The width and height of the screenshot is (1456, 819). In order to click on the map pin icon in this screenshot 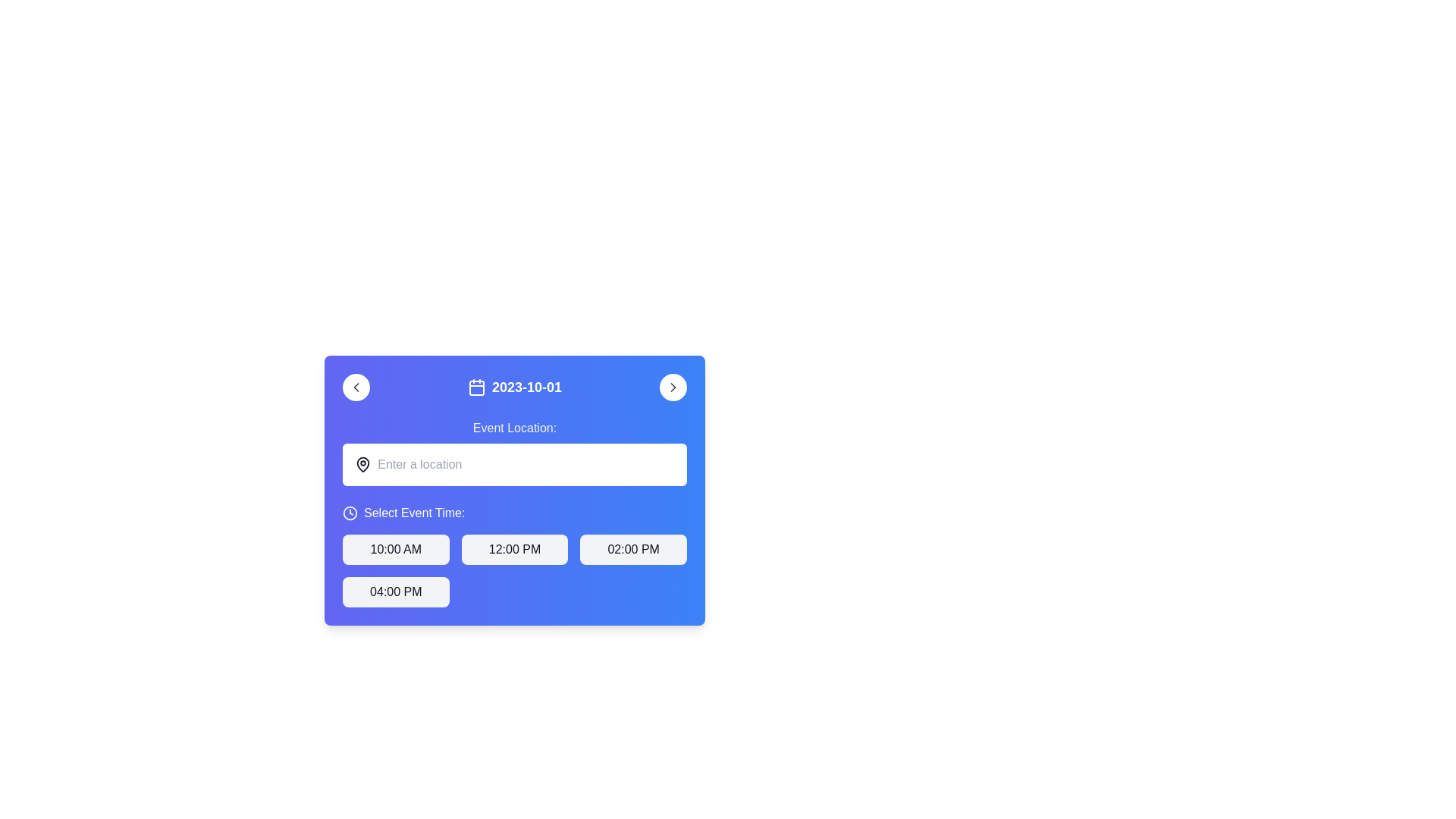, I will do `click(362, 464)`.